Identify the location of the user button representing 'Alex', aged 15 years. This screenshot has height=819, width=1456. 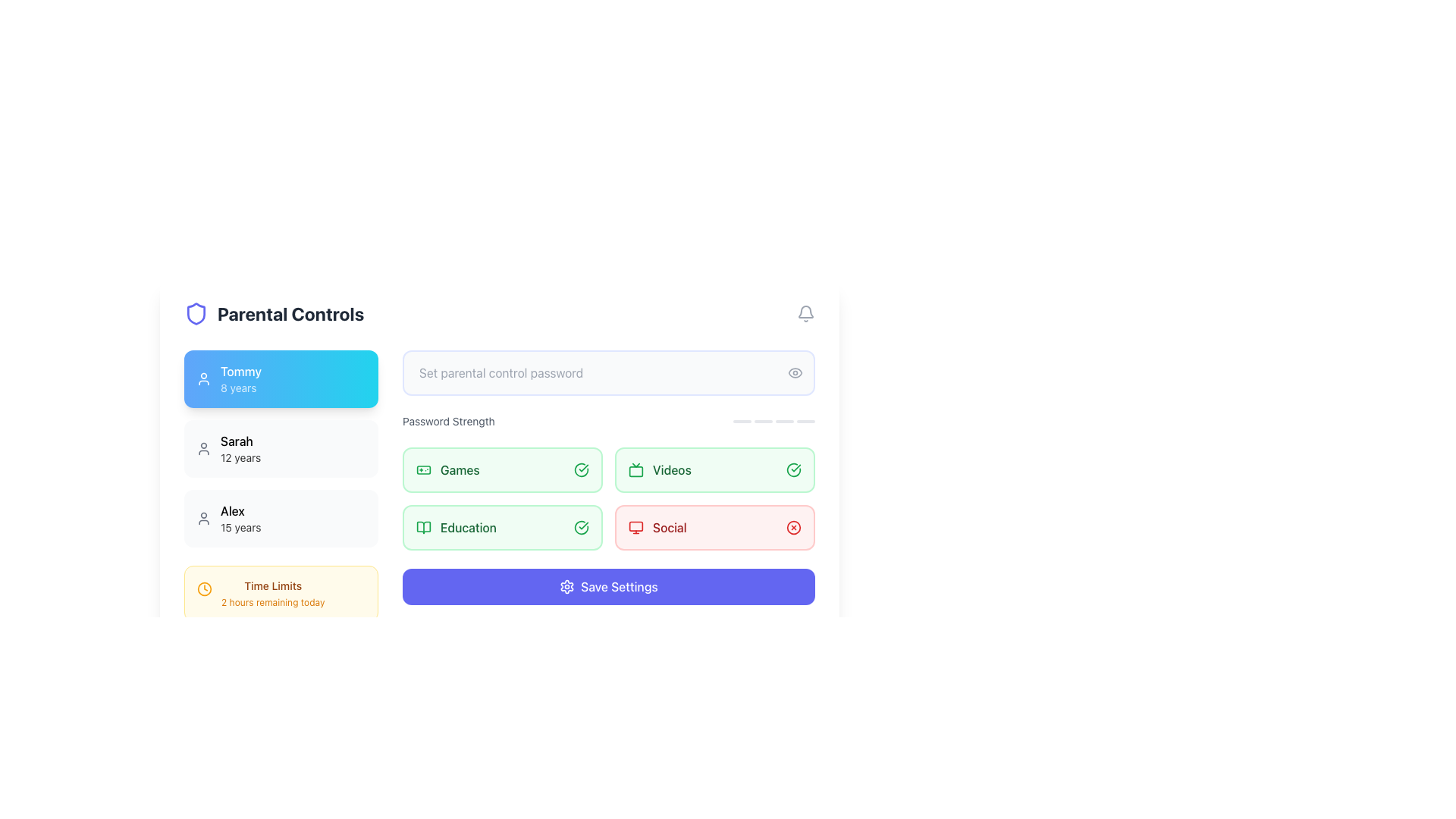
(281, 517).